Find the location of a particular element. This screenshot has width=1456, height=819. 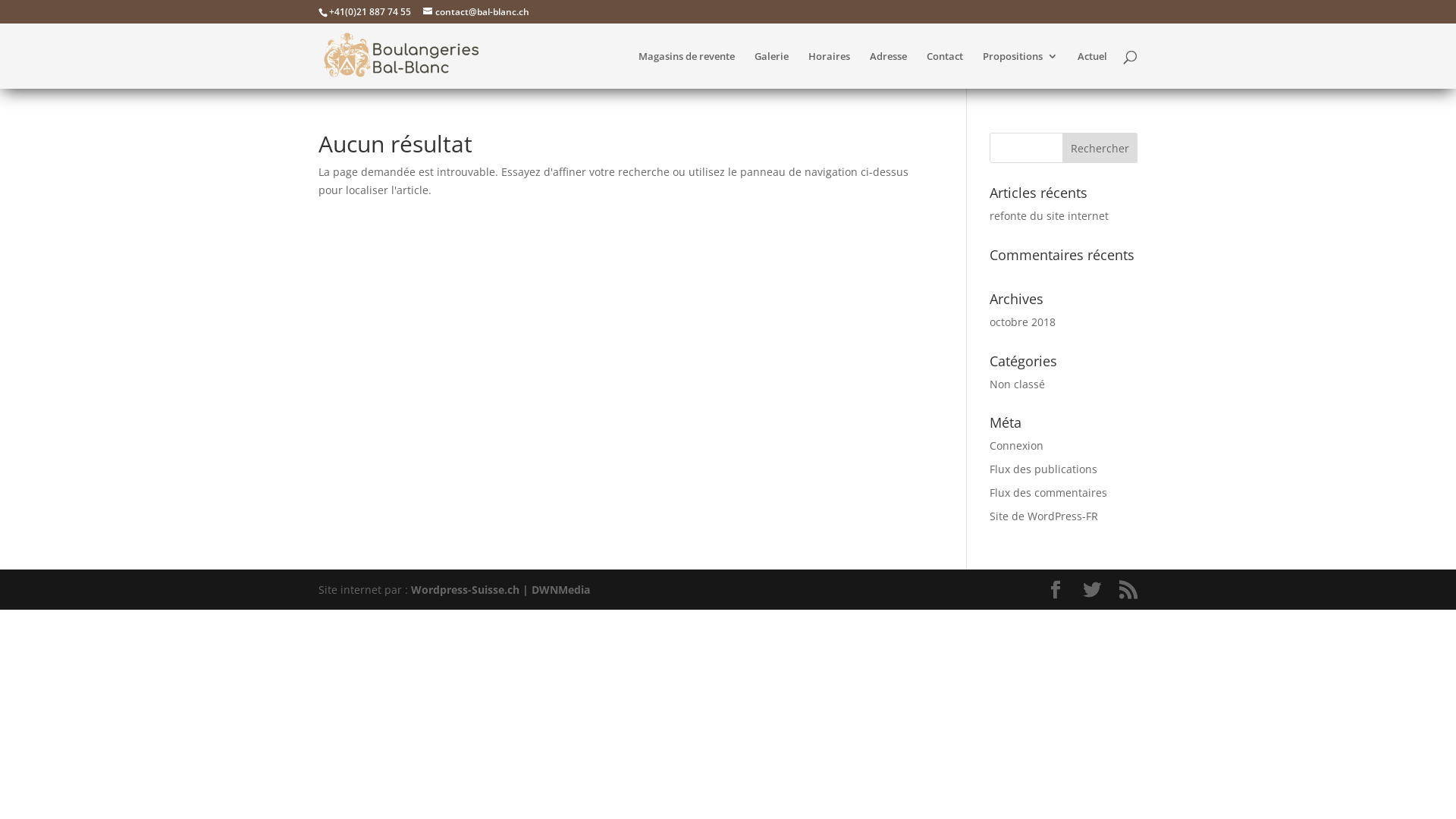

'octobre 2018' is located at coordinates (1022, 321).